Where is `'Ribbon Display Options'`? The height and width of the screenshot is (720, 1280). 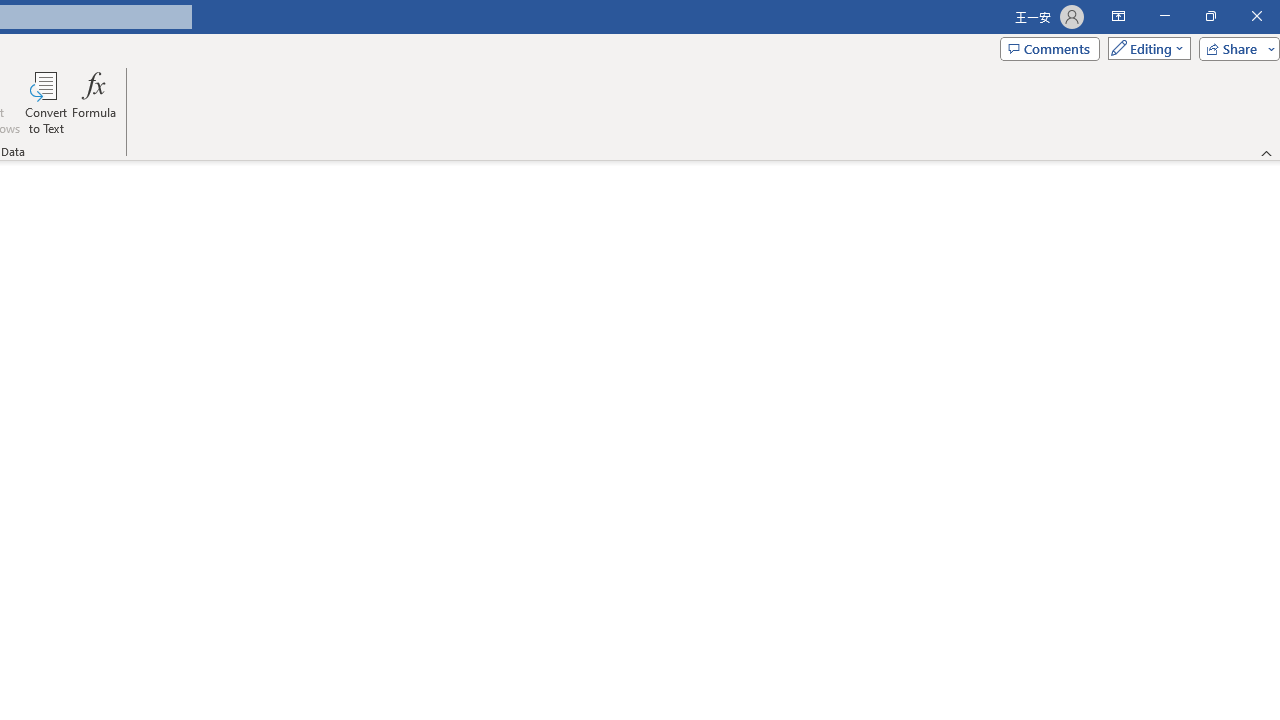
'Ribbon Display Options' is located at coordinates (1117, 16).